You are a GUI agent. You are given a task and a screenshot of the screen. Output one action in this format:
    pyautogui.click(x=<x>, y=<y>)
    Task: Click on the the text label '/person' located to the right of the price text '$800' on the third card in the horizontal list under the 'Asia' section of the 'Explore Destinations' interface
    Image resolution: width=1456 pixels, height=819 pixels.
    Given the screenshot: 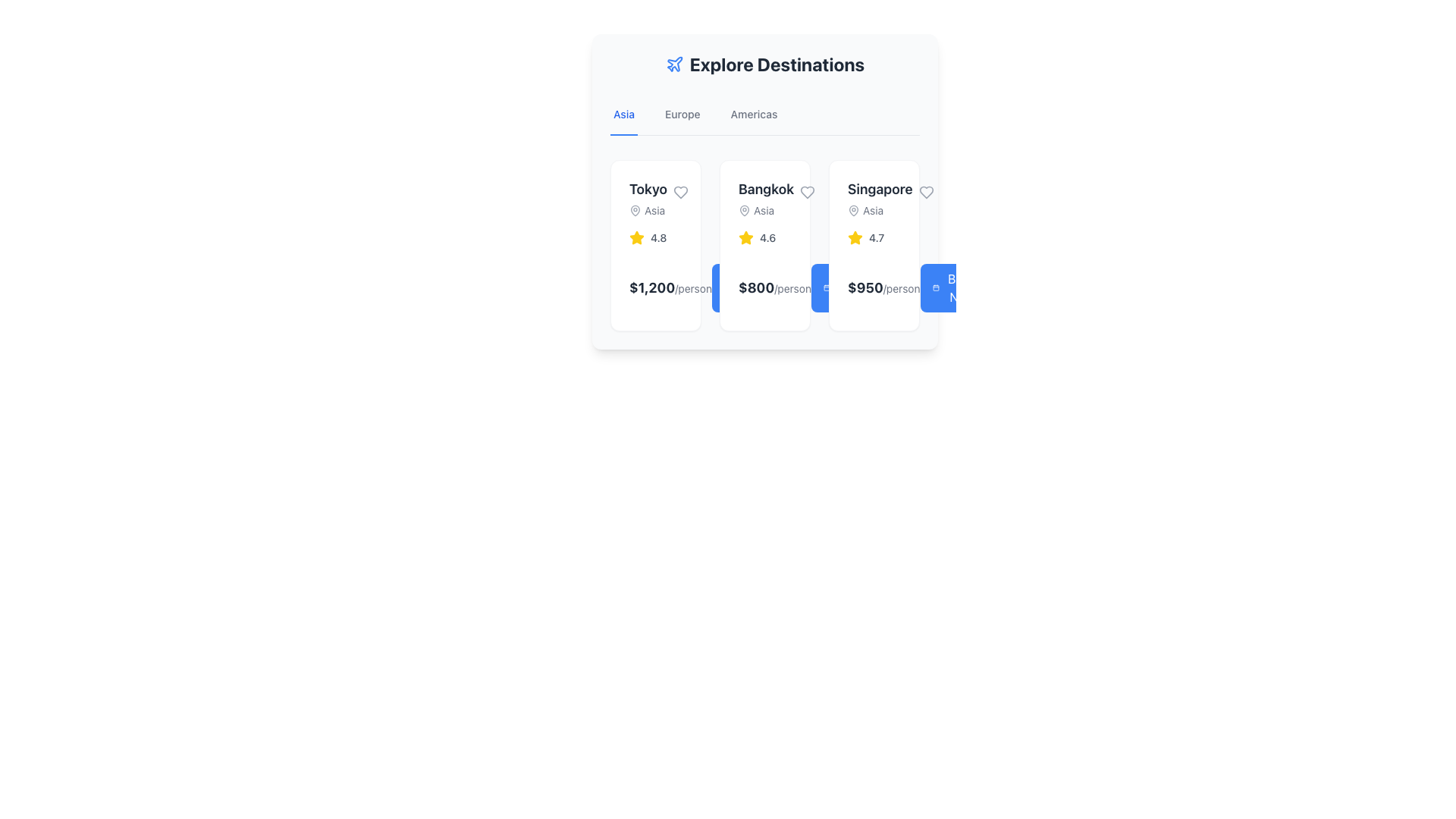 What is the action you would take?
    pyautogui.click(x=792, y=288)
    